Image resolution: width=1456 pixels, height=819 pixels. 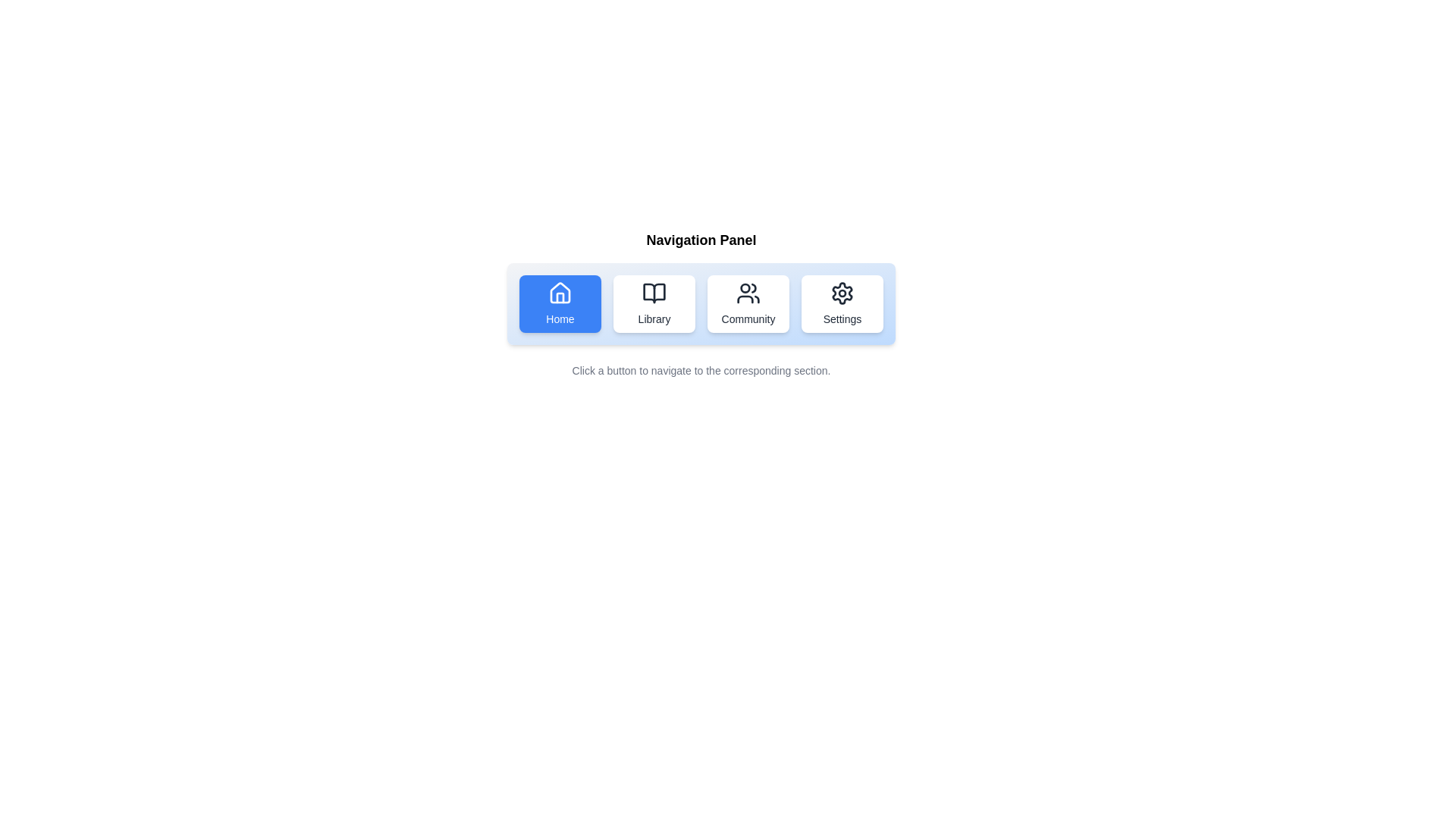 I want to click on the gear-shaped icon associated with the 'Settings' button in the navigation panel, so click(x=841, y=293).